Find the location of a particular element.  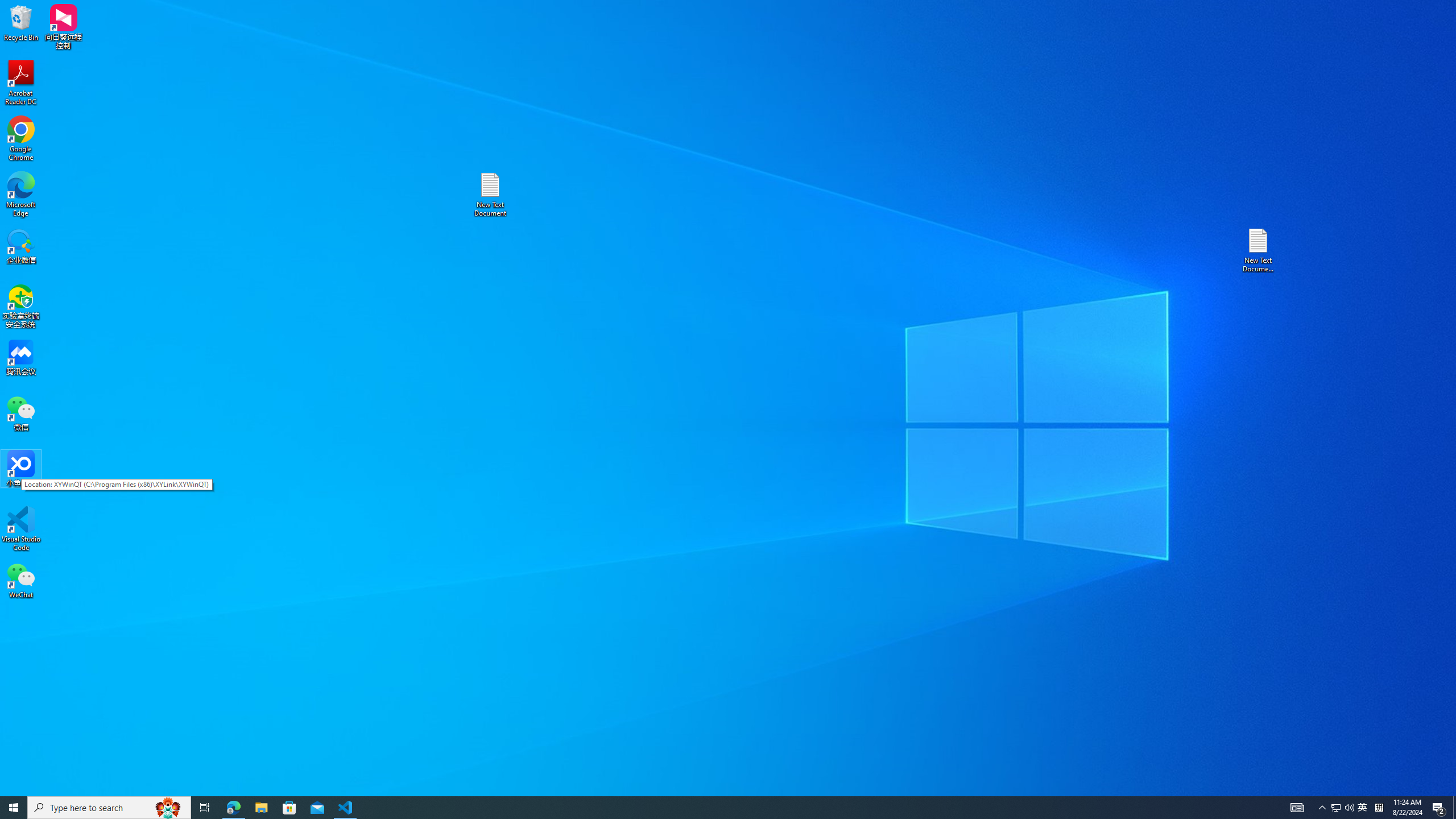

'Start' is located at coordinates (14, 806).